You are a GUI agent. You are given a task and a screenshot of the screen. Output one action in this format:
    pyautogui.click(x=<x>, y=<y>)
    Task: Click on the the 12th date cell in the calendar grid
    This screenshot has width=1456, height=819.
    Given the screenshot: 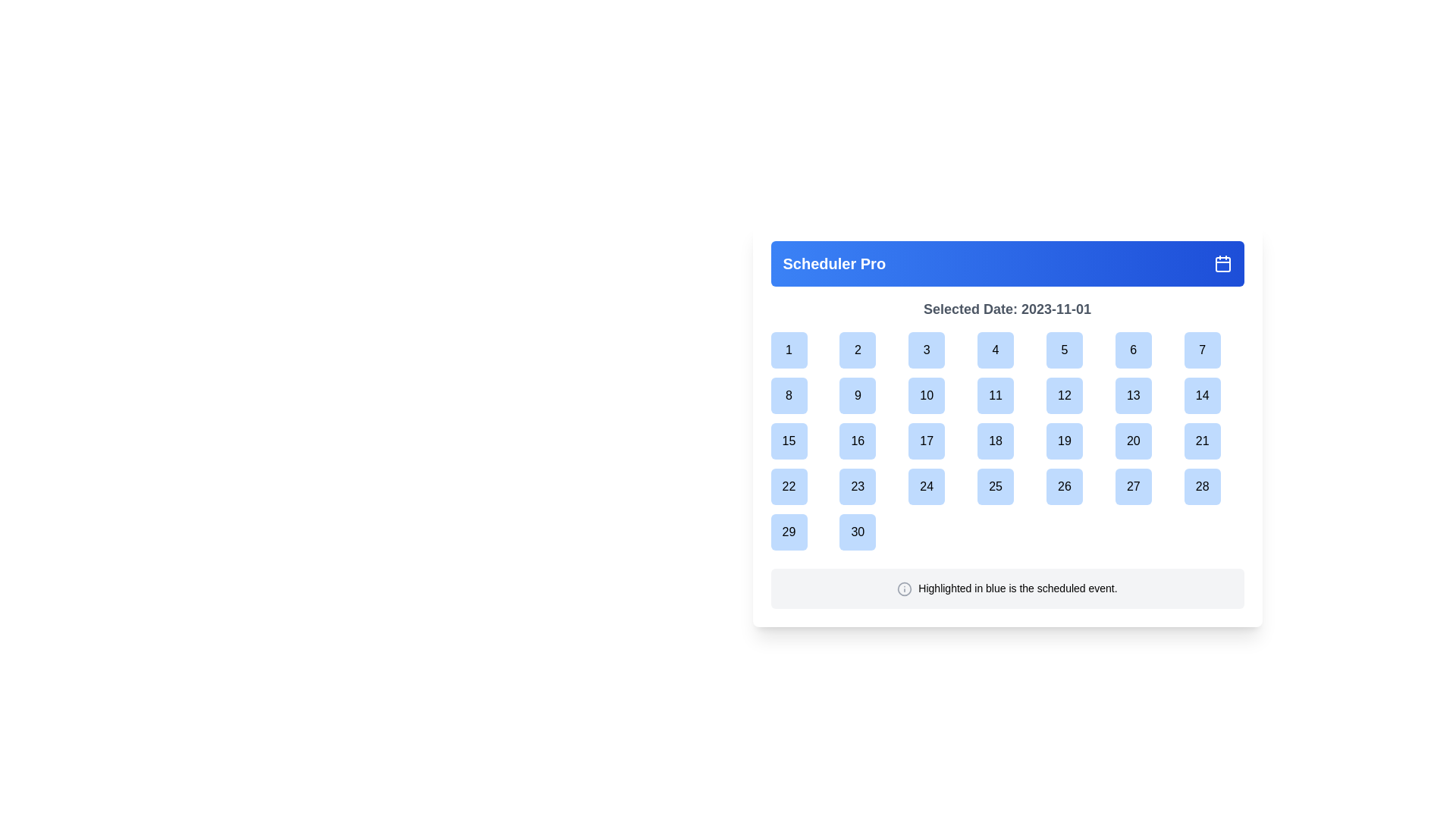 What is the action you would take?
    pyautogui.click(x=1075, y=394)
    